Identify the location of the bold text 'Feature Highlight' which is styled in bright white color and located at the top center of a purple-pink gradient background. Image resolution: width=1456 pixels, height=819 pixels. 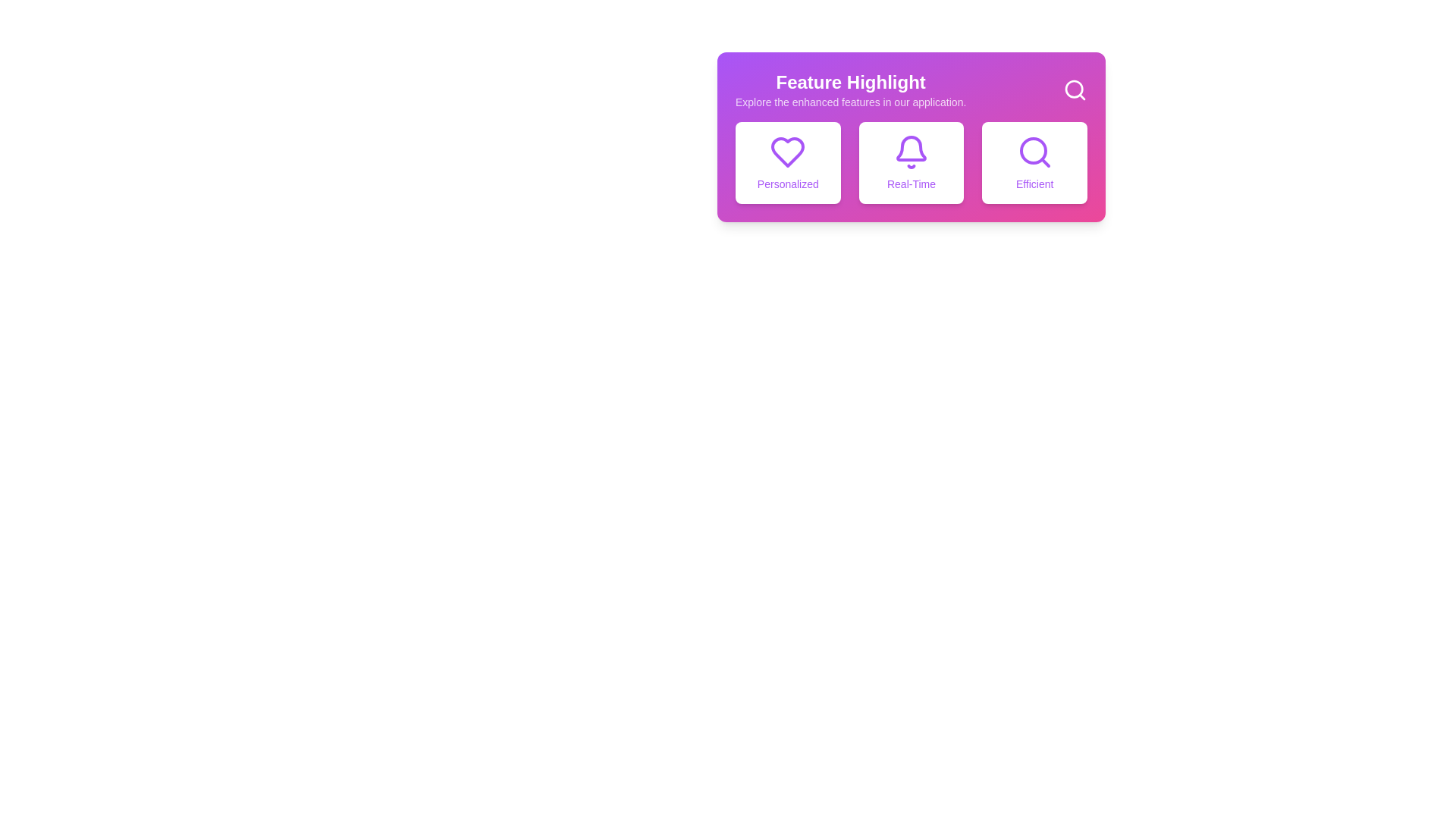
(851, 82).